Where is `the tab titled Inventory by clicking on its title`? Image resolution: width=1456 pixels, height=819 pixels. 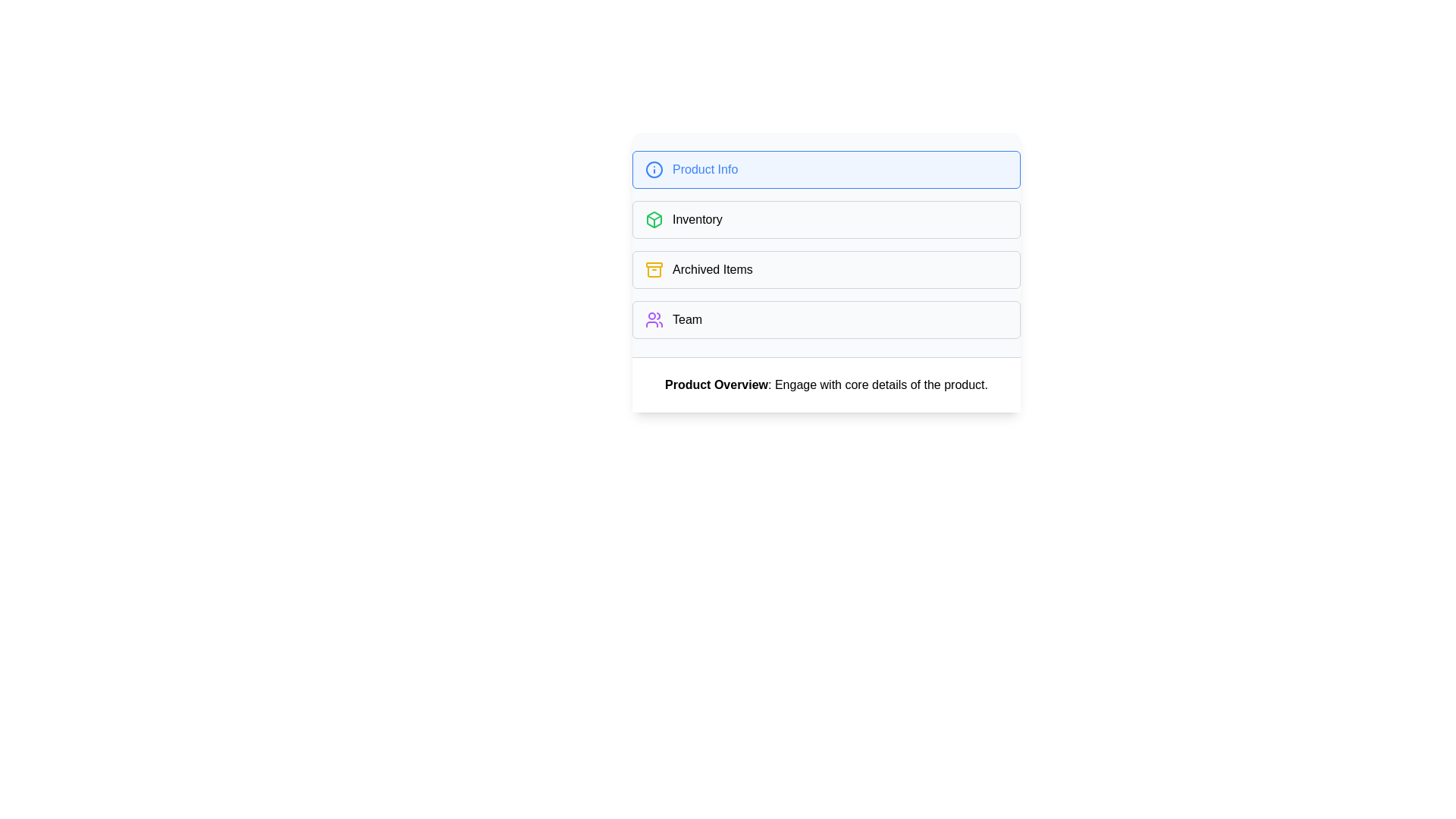 the tab titled Inventory by clicking on its title is located at coordinates (825, 219).